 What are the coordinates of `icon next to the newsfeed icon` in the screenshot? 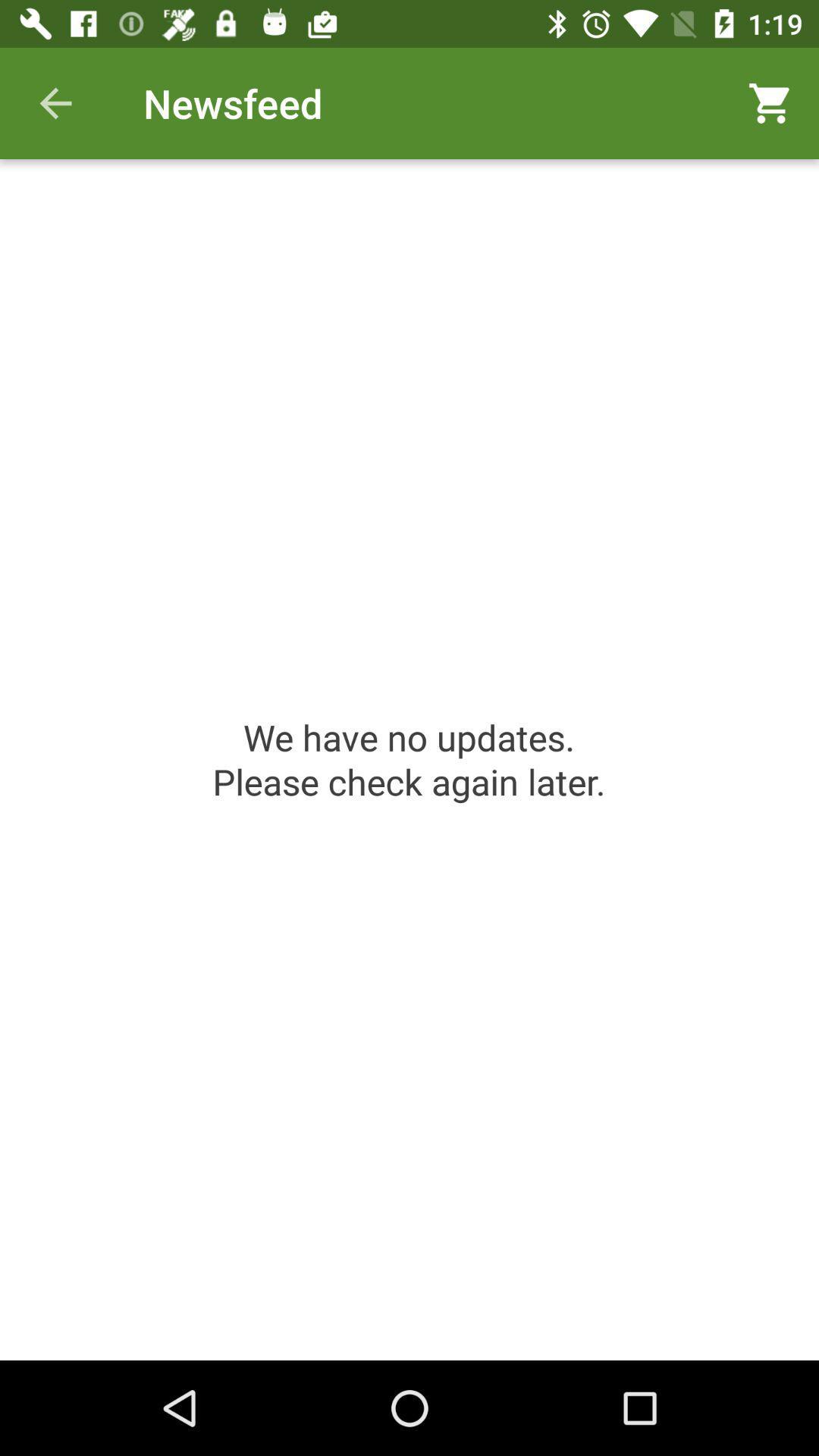 It's located at (55, 102).